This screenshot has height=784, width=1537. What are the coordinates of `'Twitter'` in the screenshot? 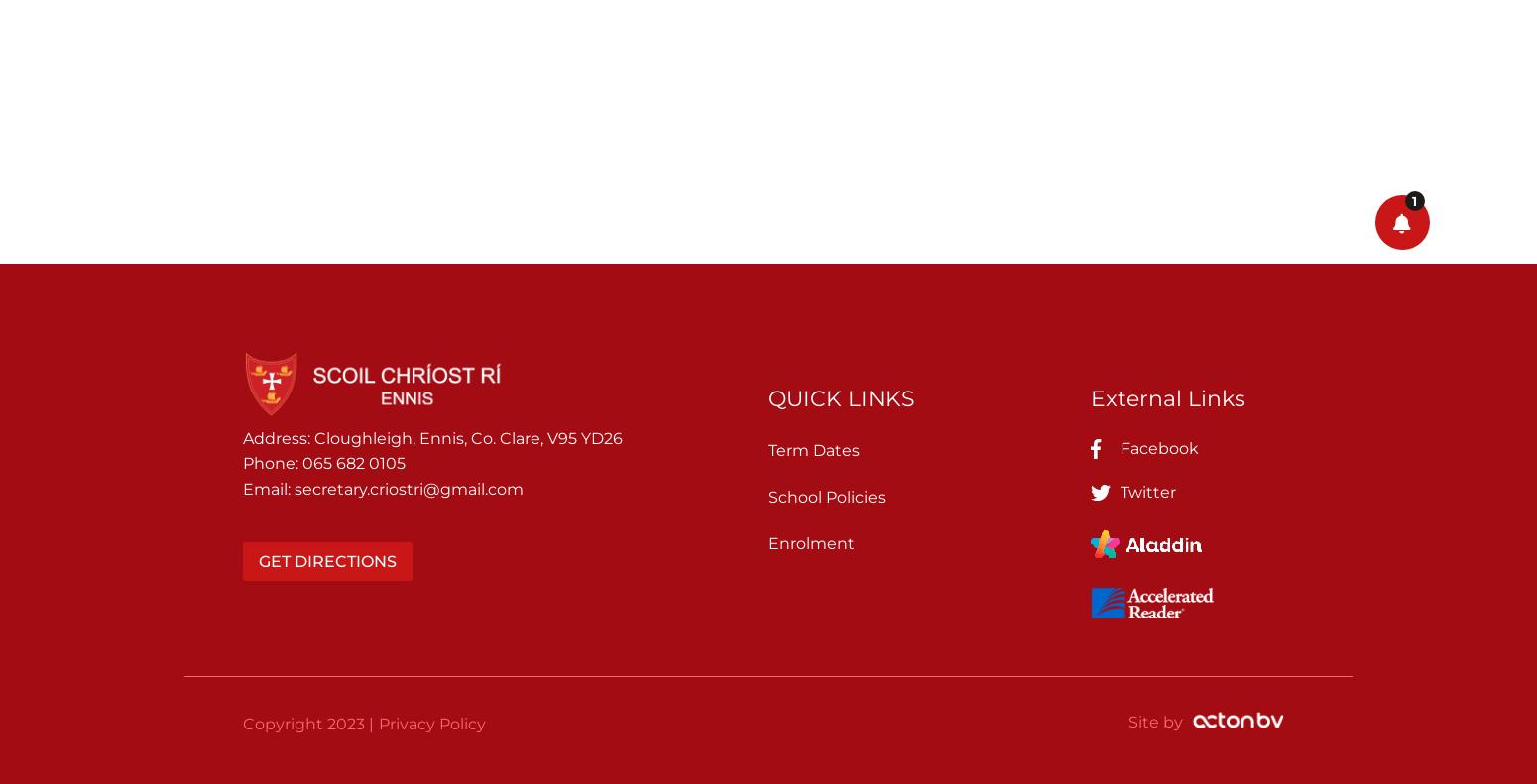 It's located at (1147, 490).